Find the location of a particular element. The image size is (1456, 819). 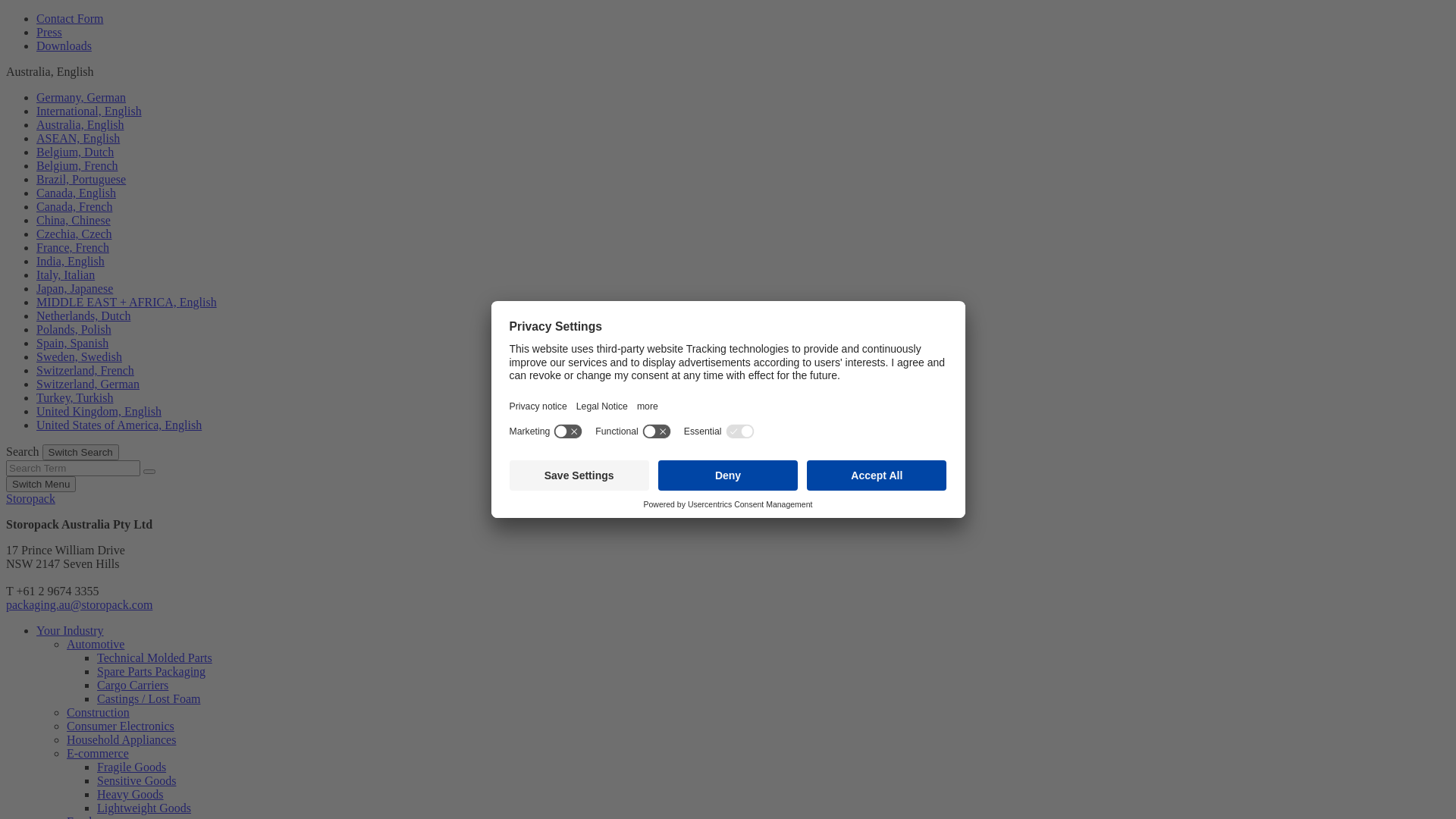

'France, French' is located at coordinates (72, 246).